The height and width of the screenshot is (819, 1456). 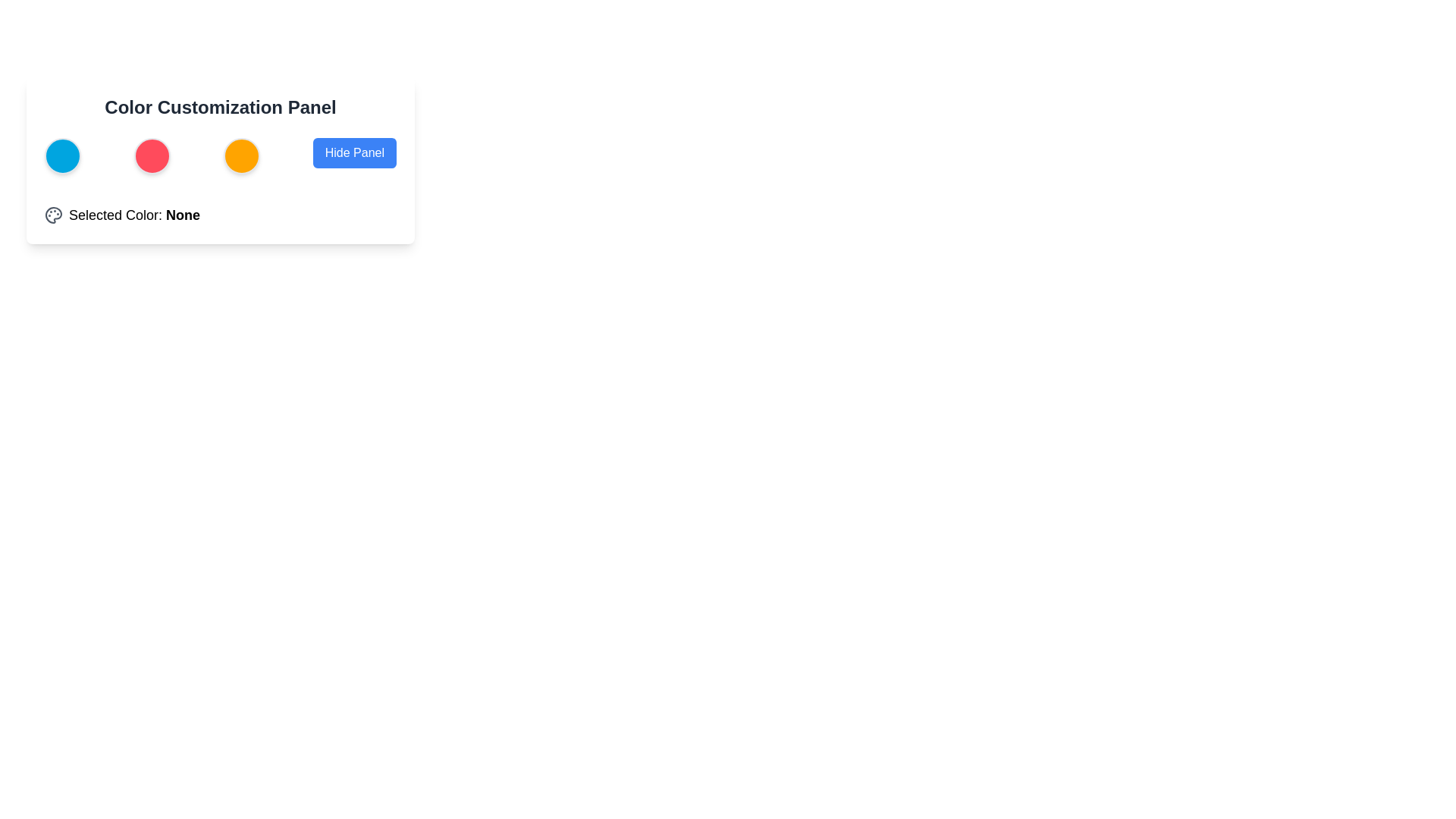 I want to click on the third circular color selection button in the Color Customization Panel, so click(x=220, y=155).